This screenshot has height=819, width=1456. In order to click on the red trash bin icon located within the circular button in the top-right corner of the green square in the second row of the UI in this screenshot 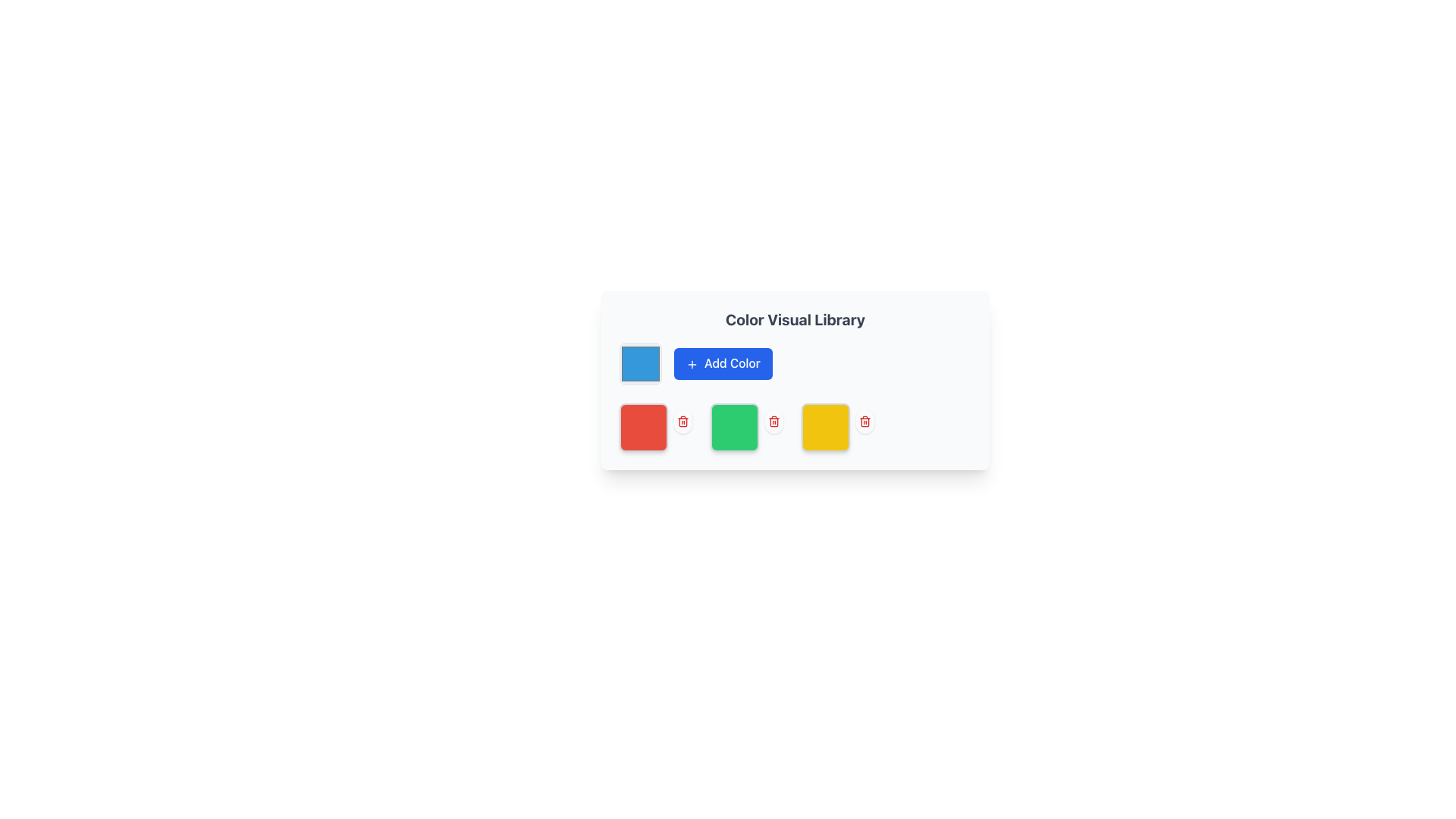, I will do `click(774, 421)`.